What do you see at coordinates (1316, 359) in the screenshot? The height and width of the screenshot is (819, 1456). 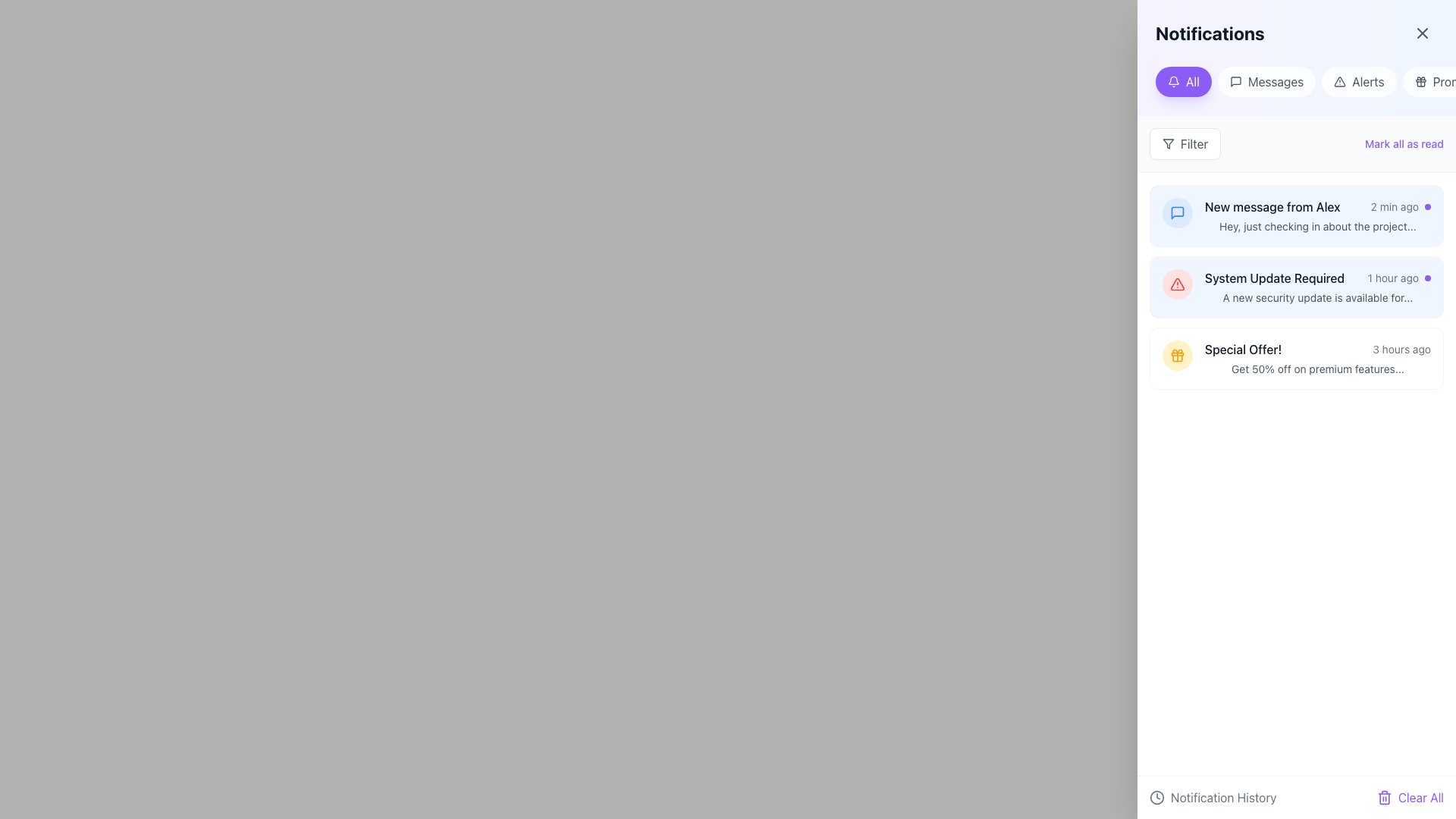 I see `the Notification item` at bounding box center [1316, 359].